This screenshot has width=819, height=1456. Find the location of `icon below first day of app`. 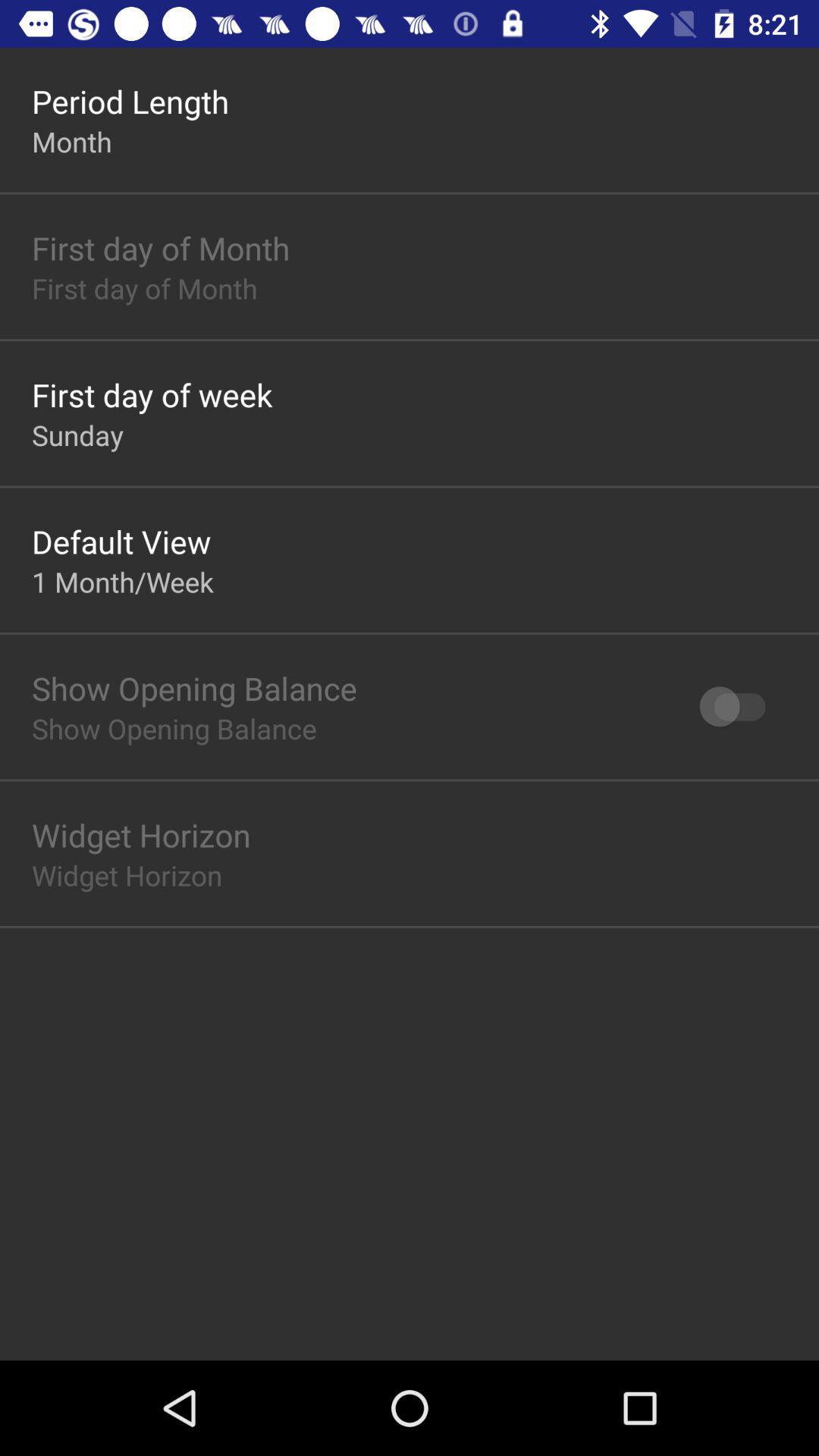

icon below first day of app is located at coordinates (77, 434).